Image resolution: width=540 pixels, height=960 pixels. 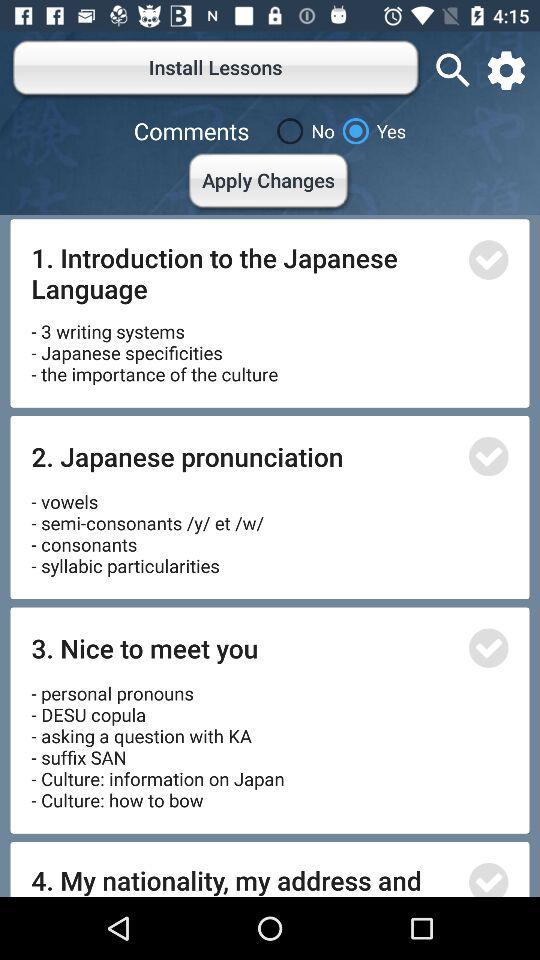 I want to click on the 4 my nationality item, so click(x=243, y=878).